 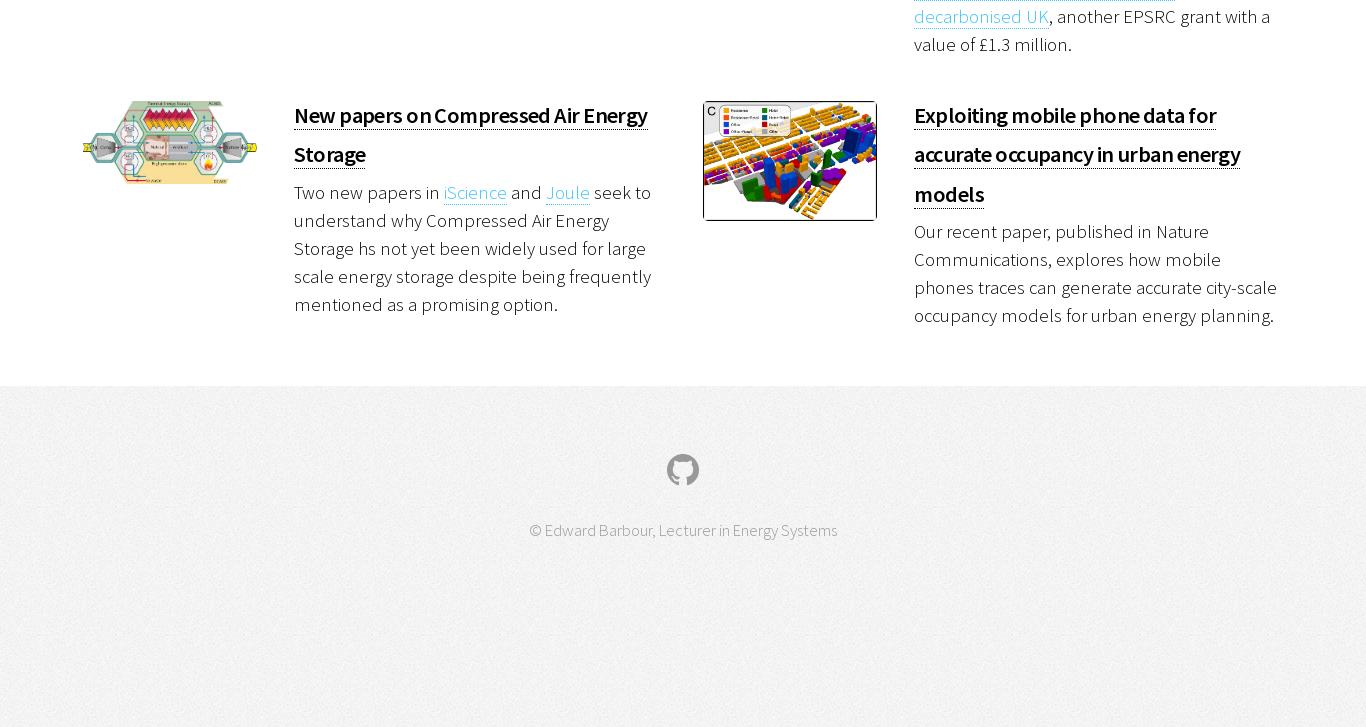 What do you see at coordinates (1090, 29) in the screenshot?
I see `', another EPSRC grant with a value of £1.3 million.'` at bounding box center [1090, 29].